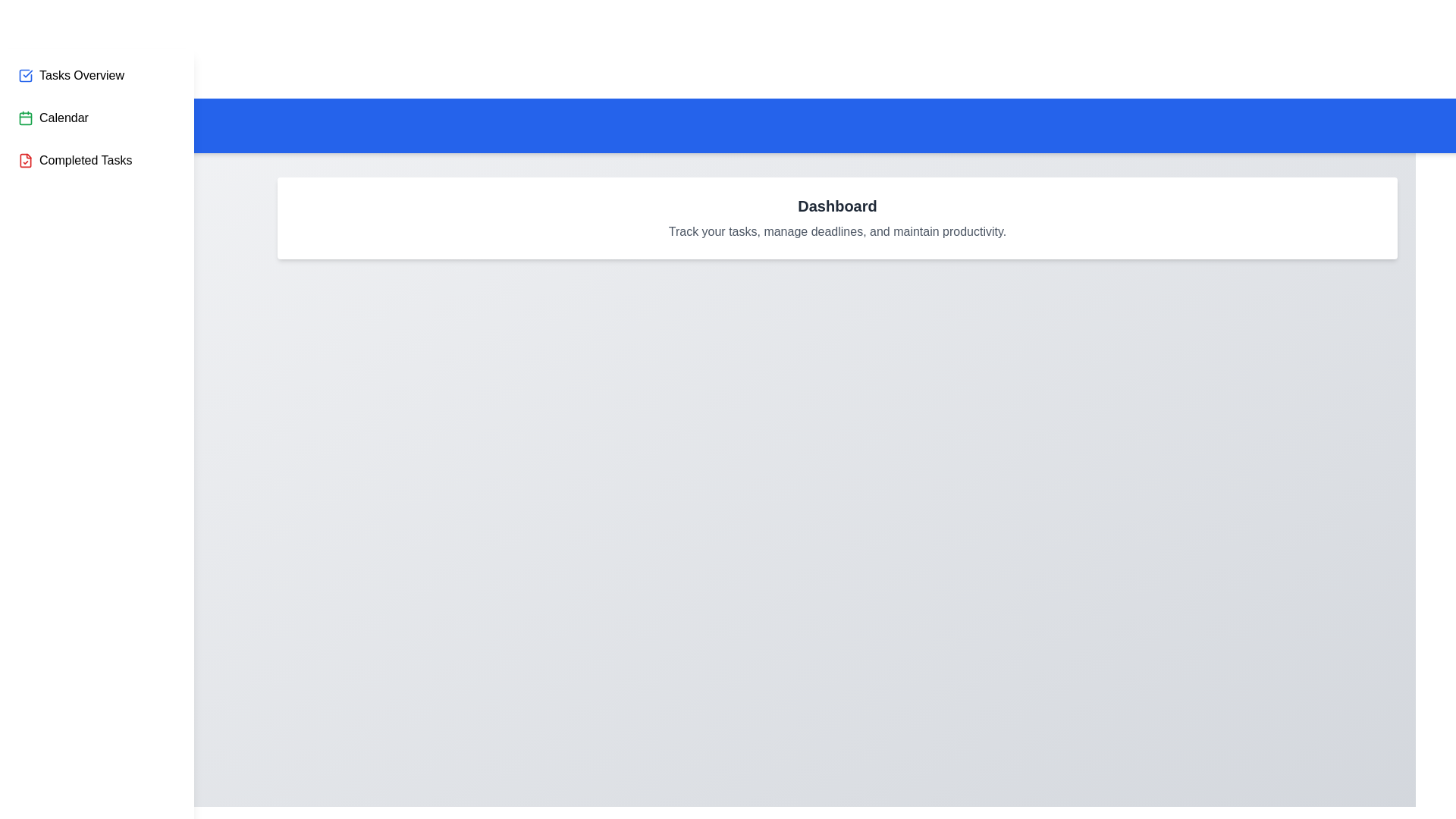 Image resolution: width=1456 pixels, height=819 pixels. Describe the element at coordinates (25, 76) in the screenshot. I see `the active indicator icon for the 'Tasks Overview' menu item` at that location.